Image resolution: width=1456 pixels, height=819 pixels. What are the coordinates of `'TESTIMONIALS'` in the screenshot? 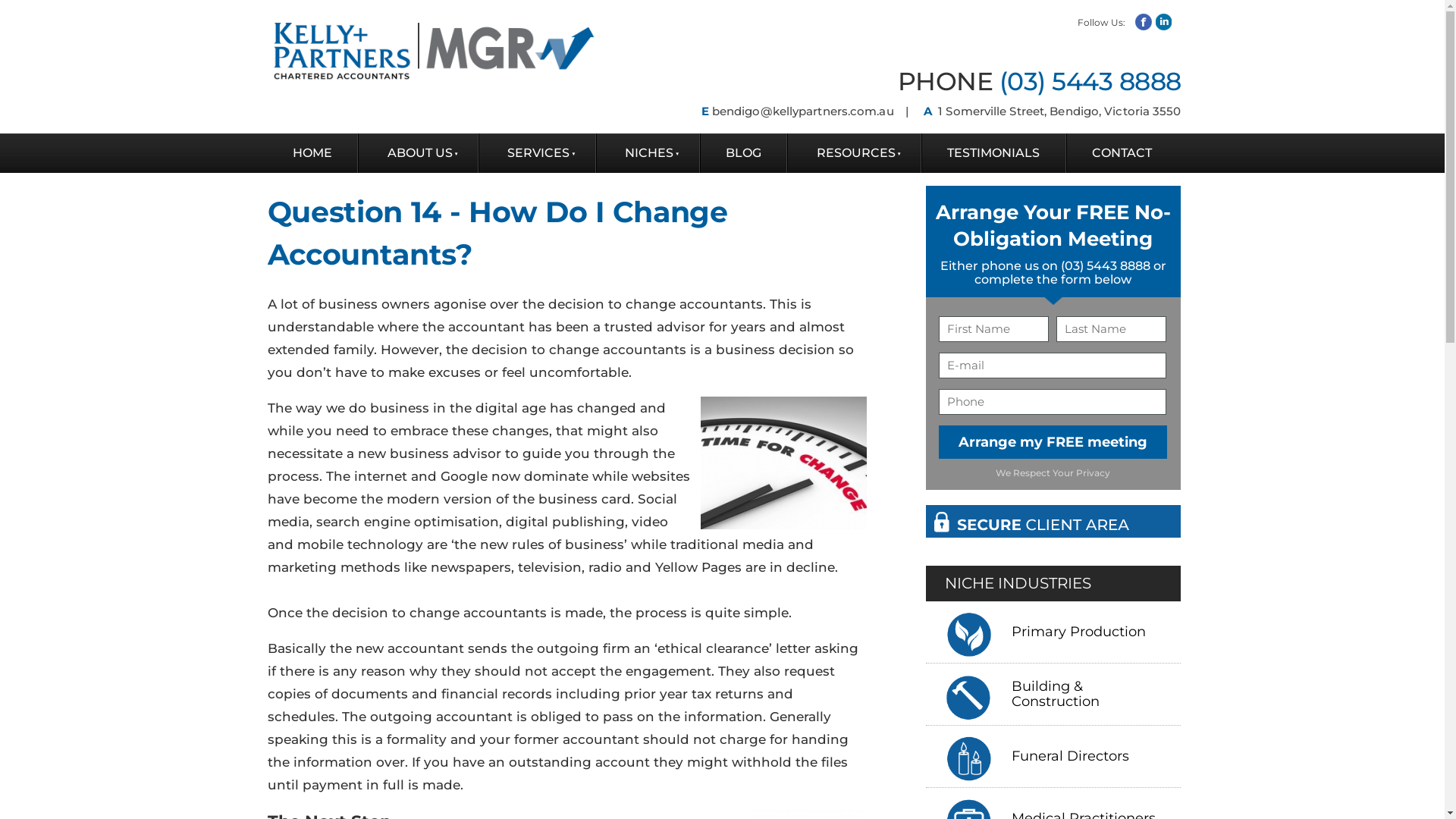 It's located at (993, 152).